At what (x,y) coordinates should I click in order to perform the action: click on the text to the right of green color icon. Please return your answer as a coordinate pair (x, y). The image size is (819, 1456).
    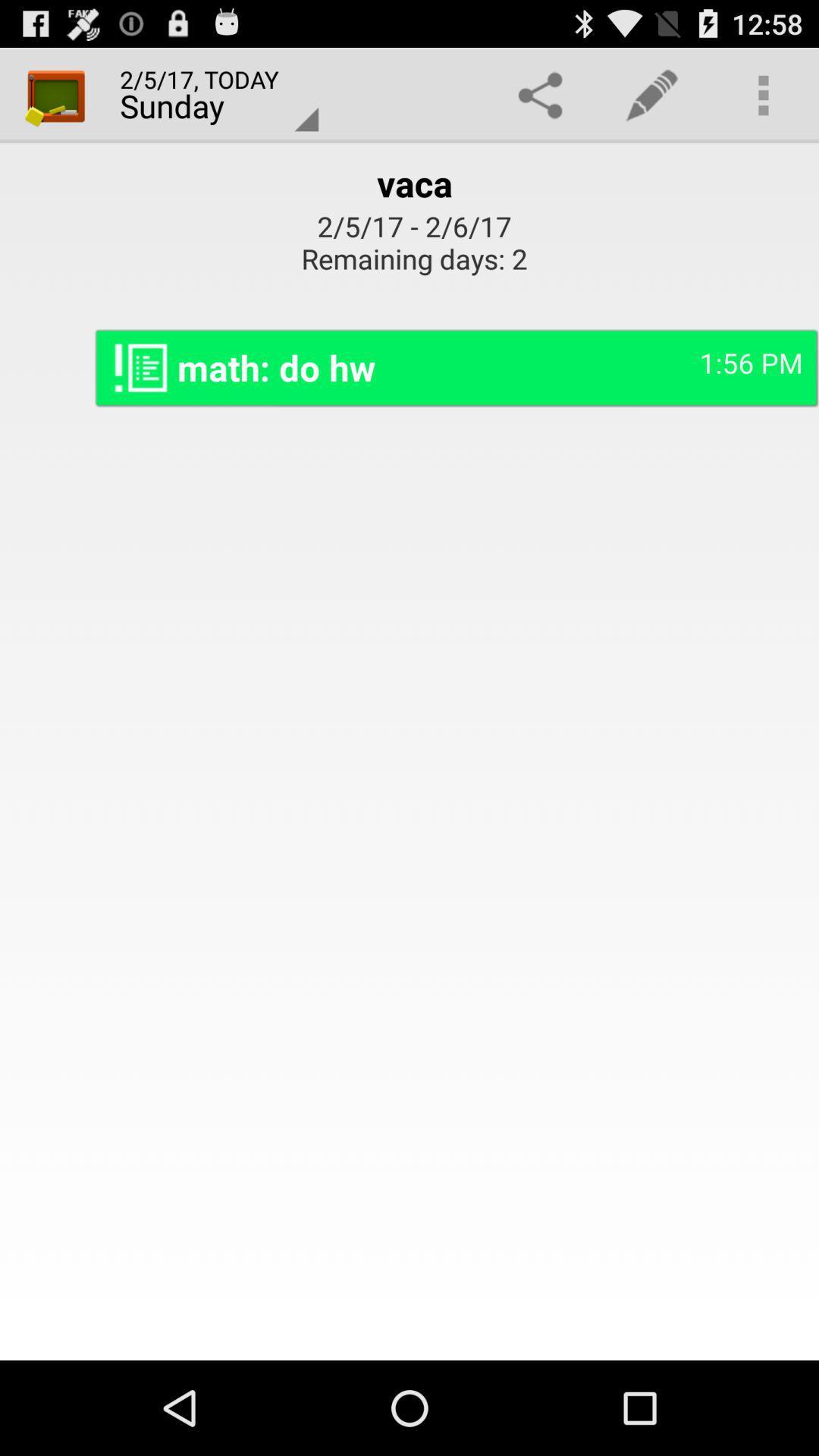
    Looking at the image, I should click on (211, 94).